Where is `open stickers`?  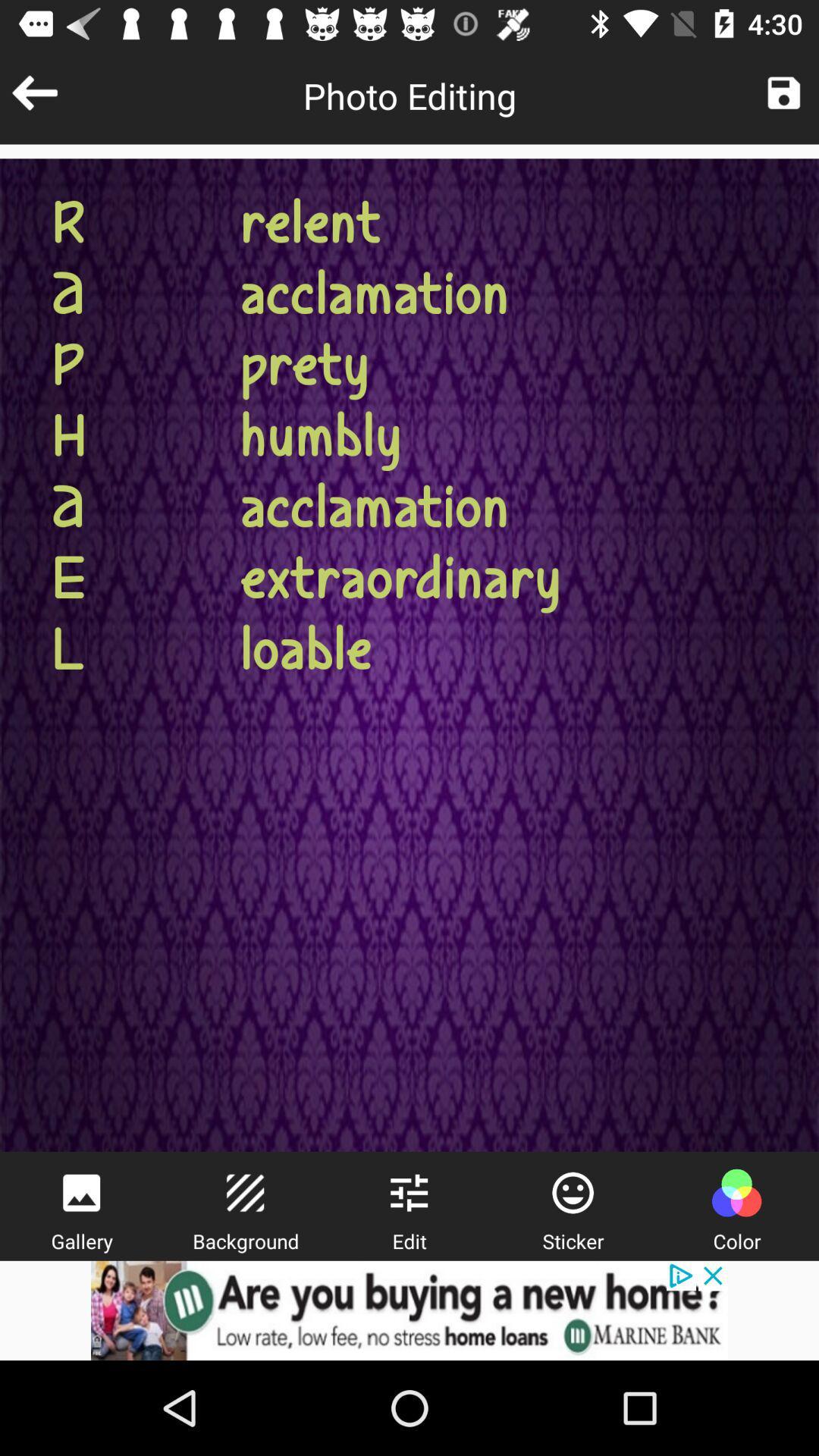 open stickers is located at coordinates (573, 1192).